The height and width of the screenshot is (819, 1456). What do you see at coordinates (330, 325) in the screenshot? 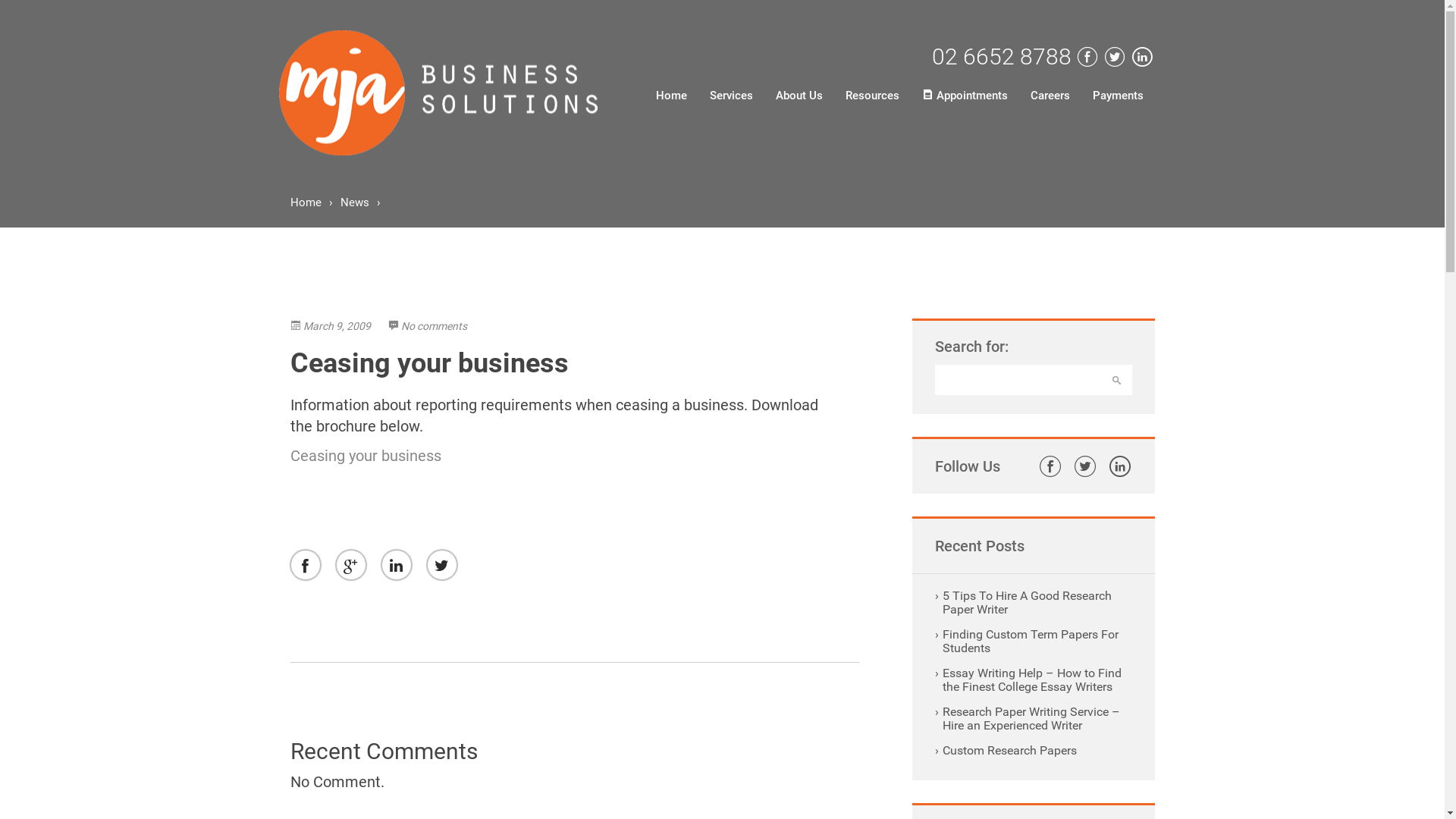
I see `'March 9, 2009'` at bounding box center [330, 325].